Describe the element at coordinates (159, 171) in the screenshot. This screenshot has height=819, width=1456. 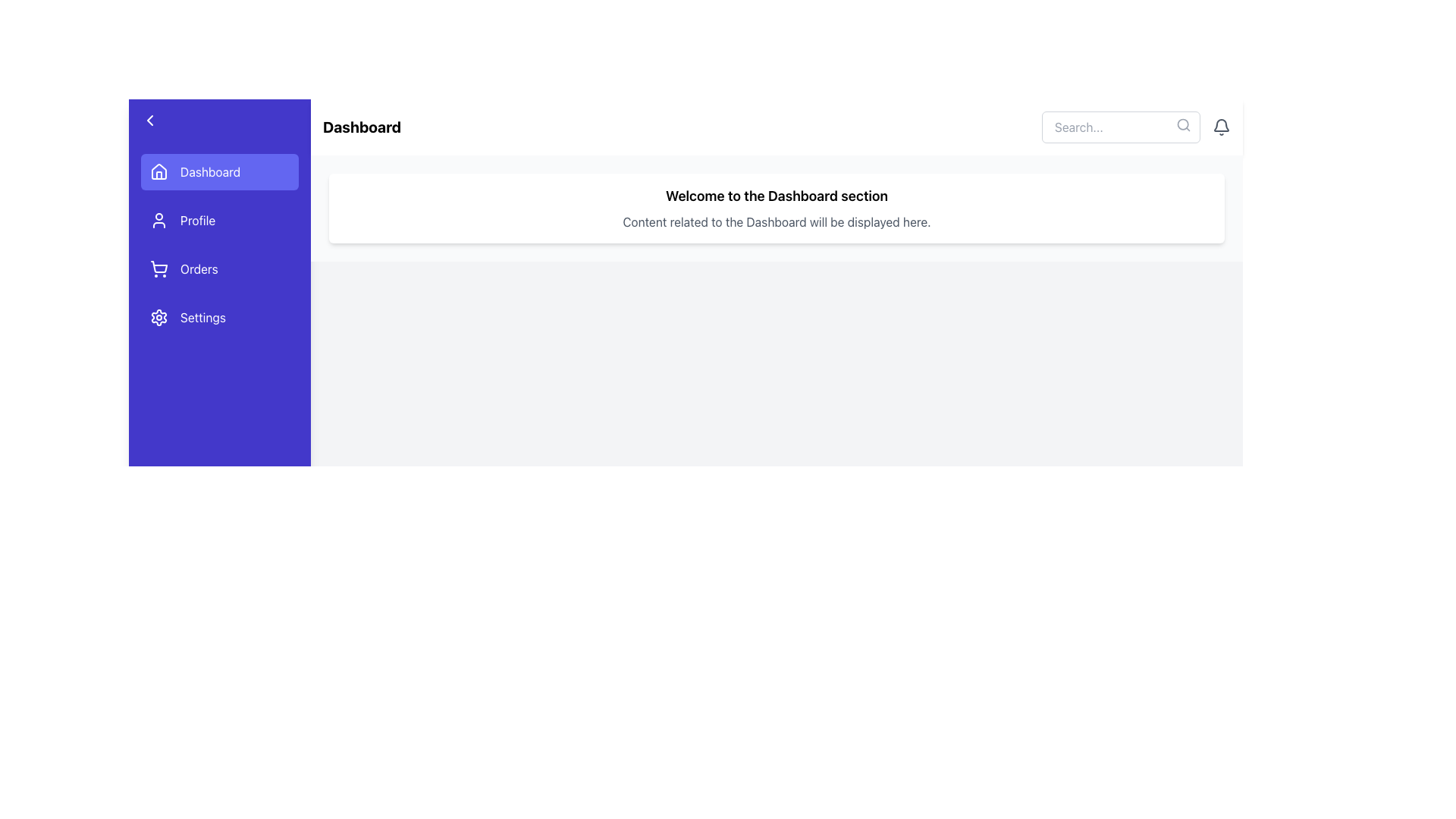
I see `the leftmost icon of the 'Dashboard' menu item in the vertical navigation menu` at that location.